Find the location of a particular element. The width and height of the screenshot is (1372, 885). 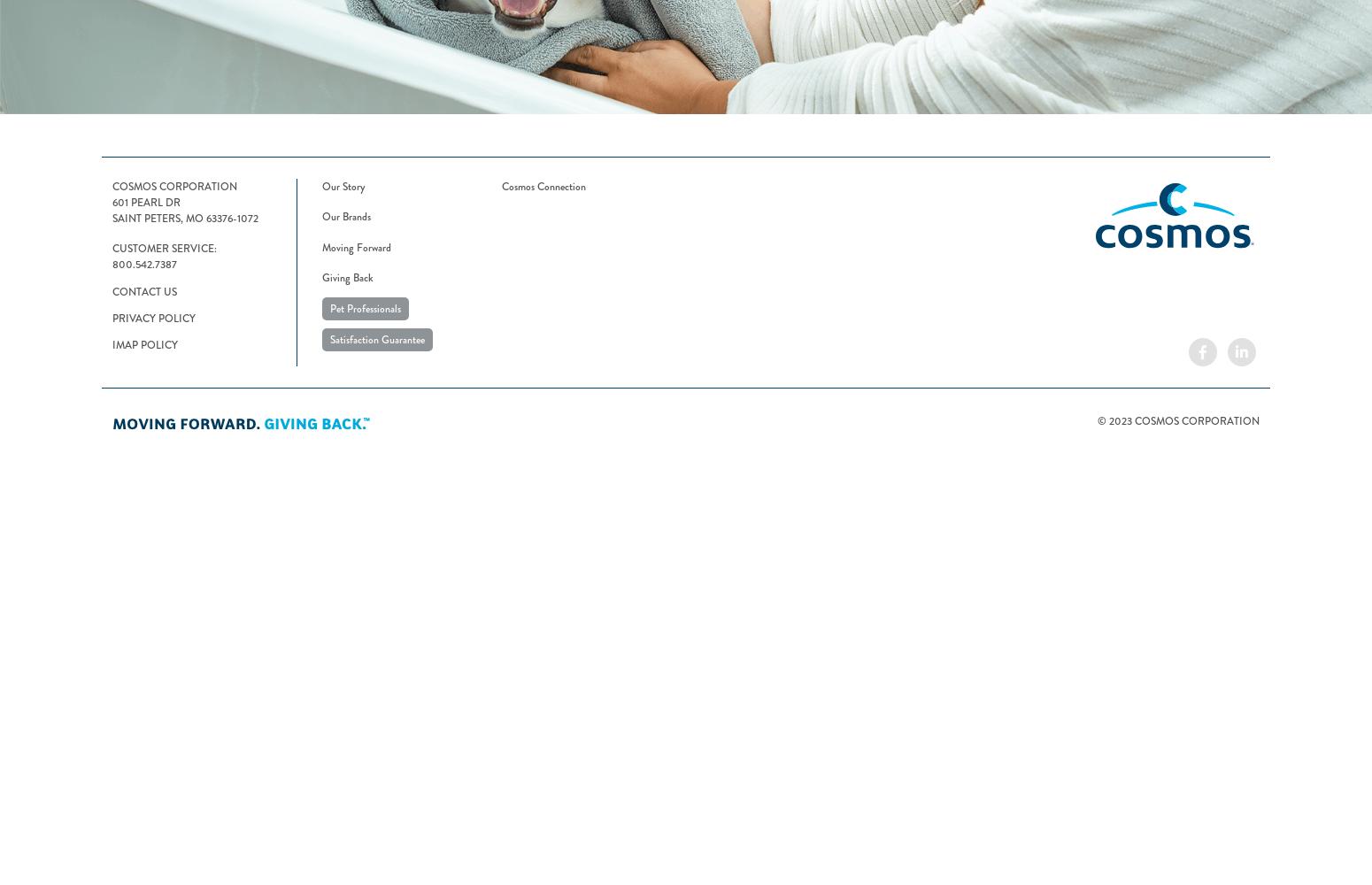

'Satisfaction Guarantee' is located at coordinates (377, 339).